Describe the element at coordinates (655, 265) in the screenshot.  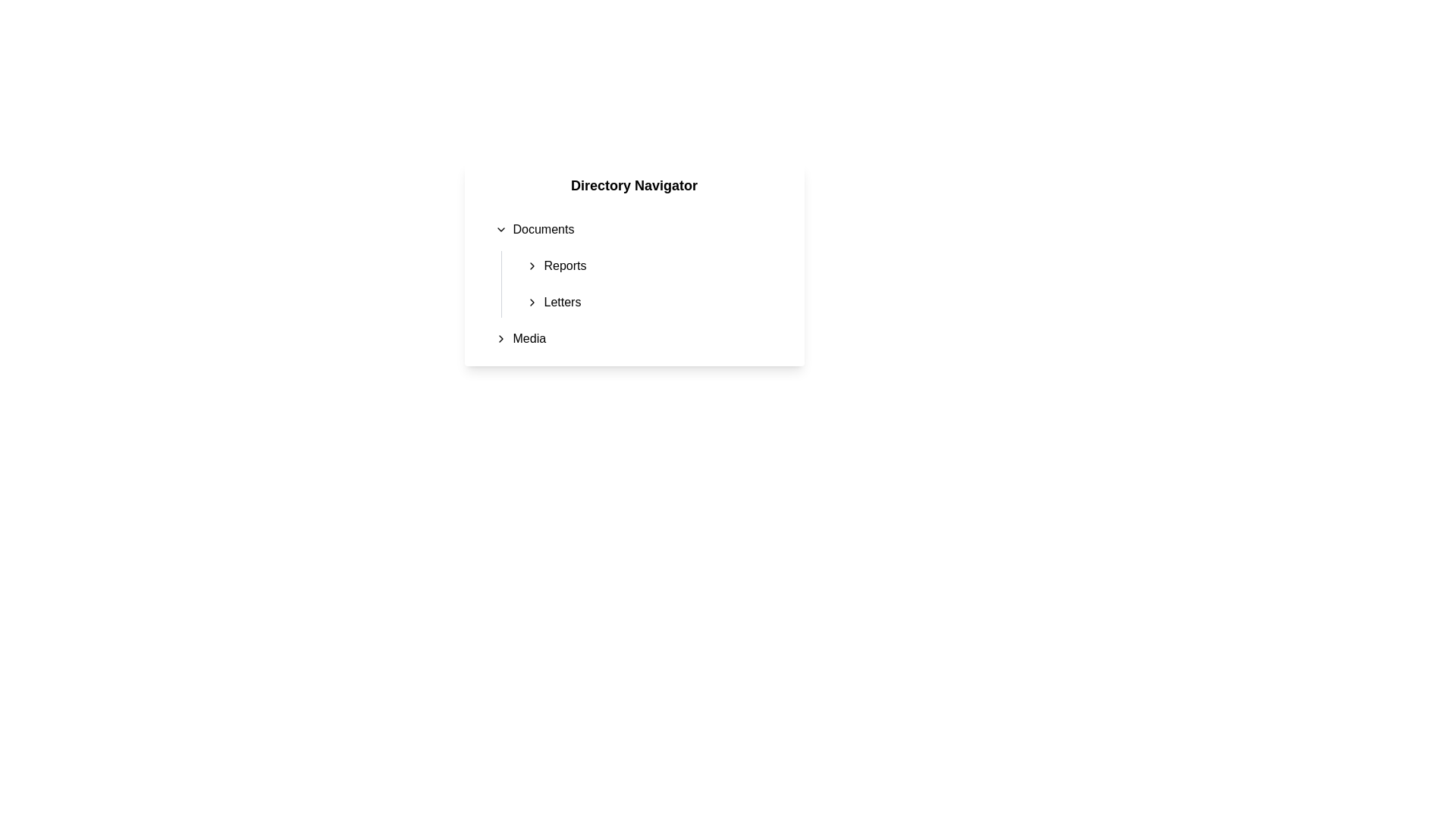
I see `the first navigation item under the 'Documents' section` at that location.